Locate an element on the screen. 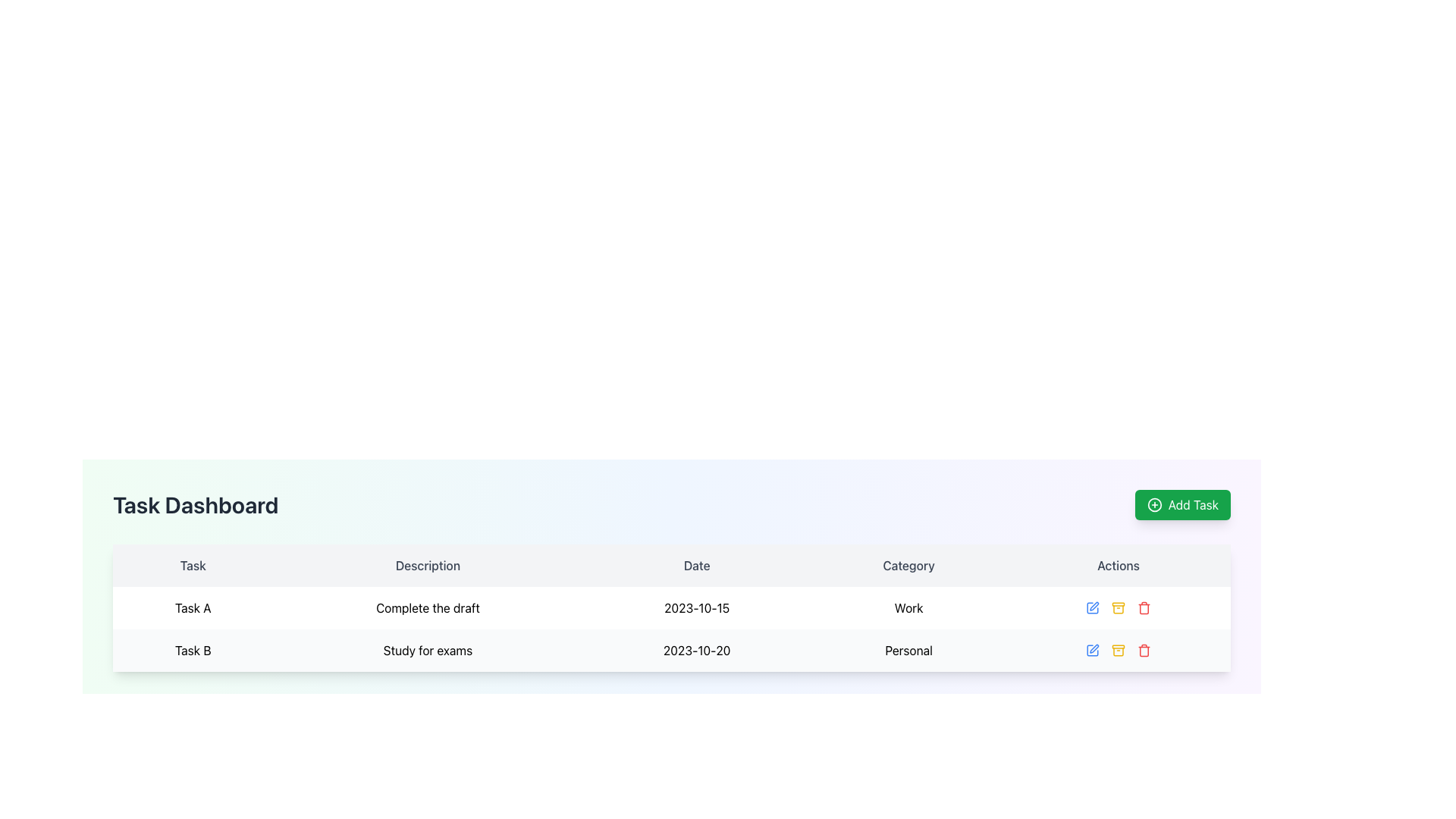 This screenshot has height=819, width=1456. the red trash icon representing the delete action, which is the third action icon in the 'Actions' column of the second task in the task table, located at the bottom right is located at coordinates (1144, 607).